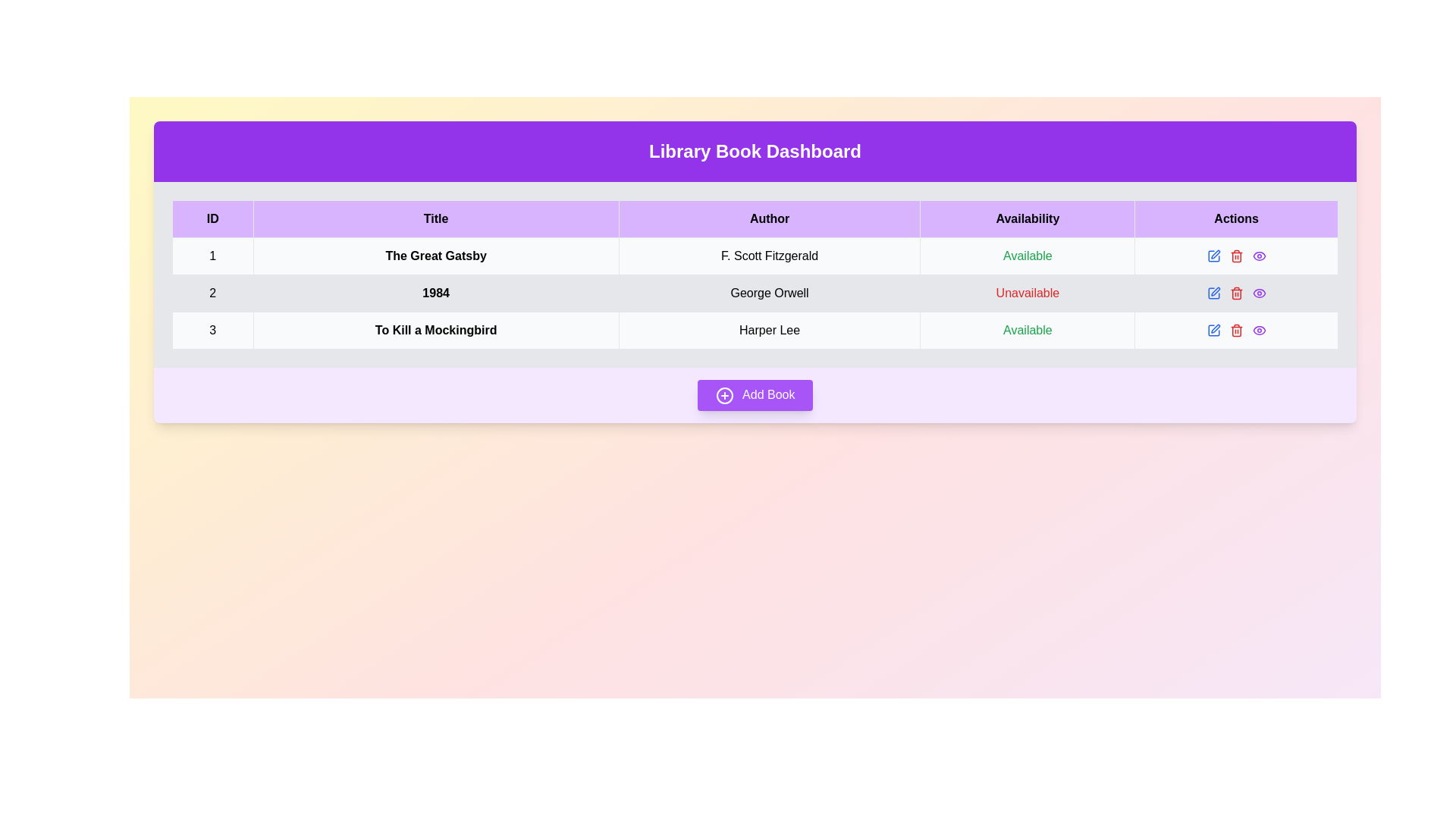 Image resolution: width=1456 pixels, height=819 pixels. I want to click on the first table row displaying details about the book 'The Great Gatsby' for interaction, so click(755, 256).